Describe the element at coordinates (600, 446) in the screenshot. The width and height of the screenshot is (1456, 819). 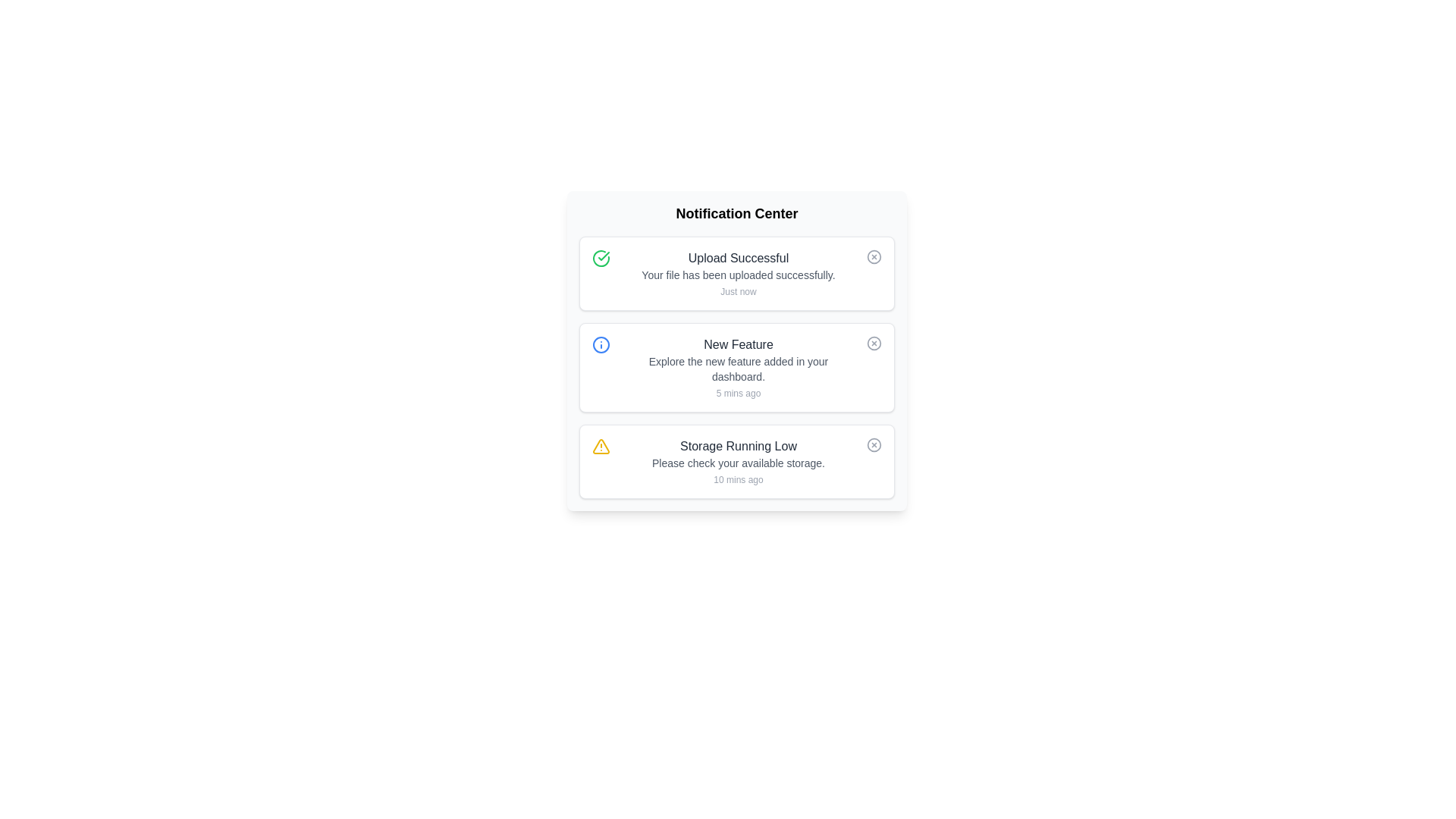
I see `the prominent warning icon on the left side of the 'Storage Running Low' notification in the notification center to check for visual notifications regarding low storage` at that location.